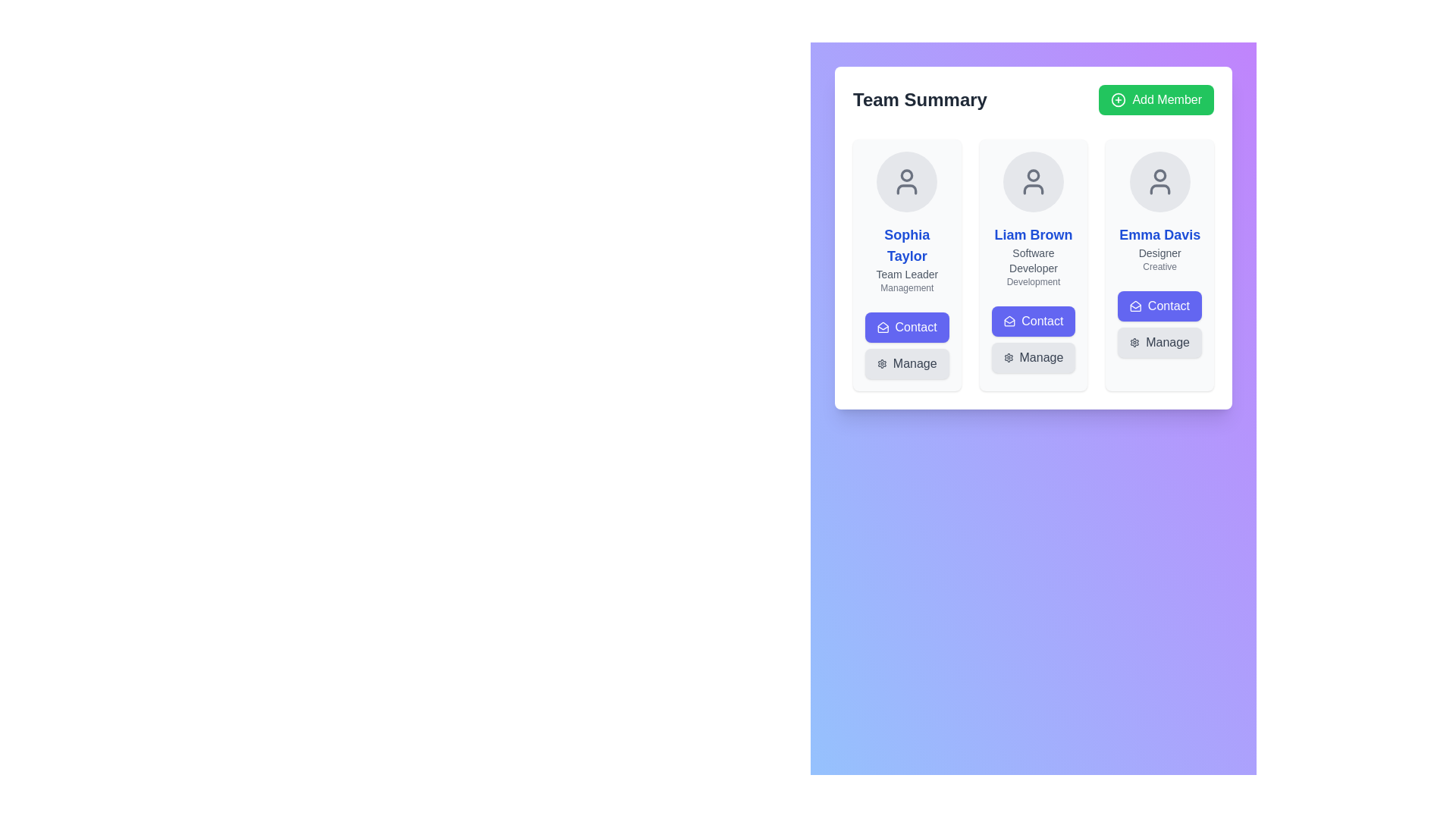 The width and height of the screenshot is (1456, 819). I want to click on the icon representing team member 'Liam Brown', which is centrally located in the second card of a row containing three team member cards, so click(1033, 180).